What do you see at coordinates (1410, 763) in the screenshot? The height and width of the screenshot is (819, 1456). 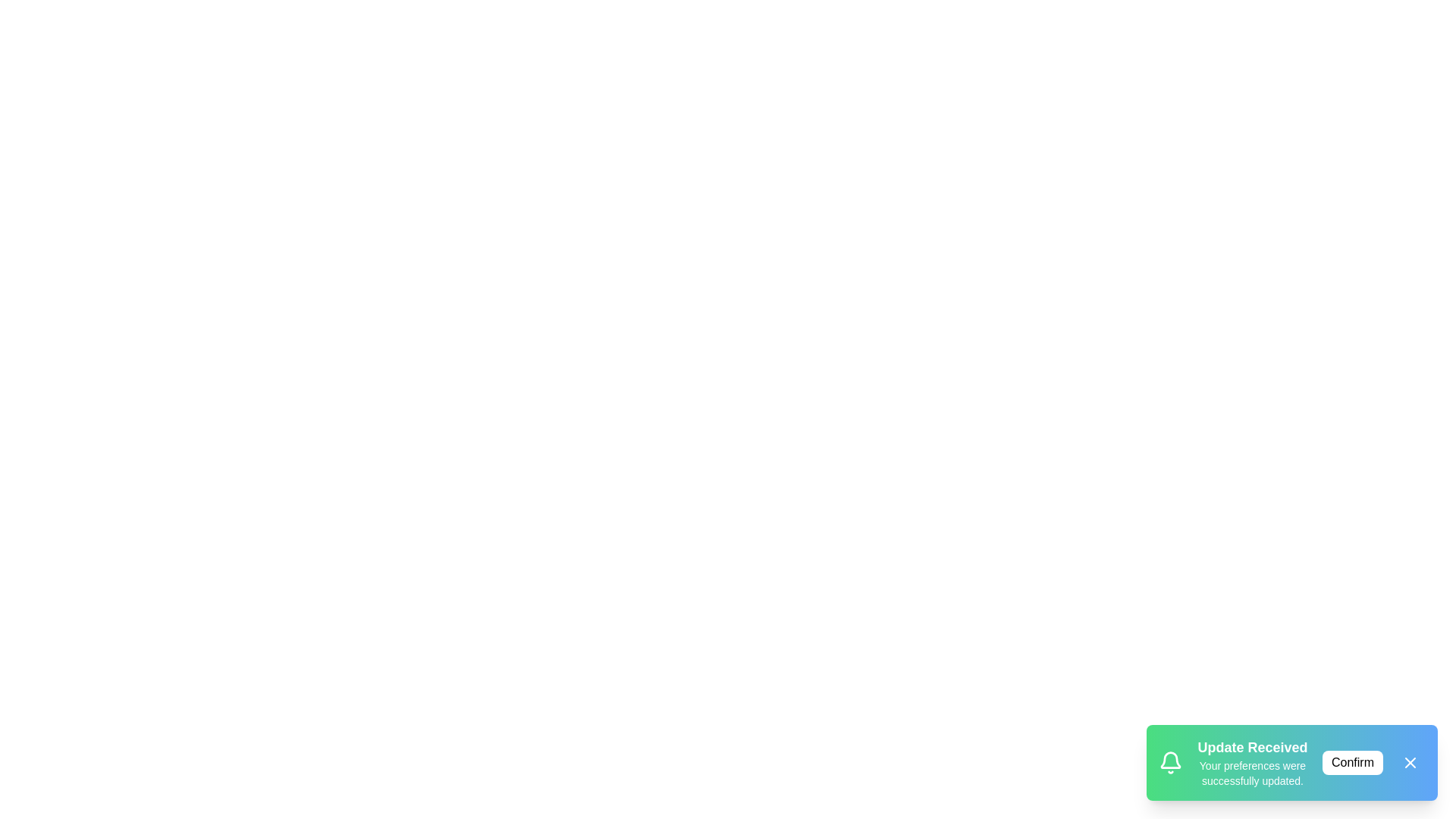 I see `close button to dismiss the snackbar` at bounding box center [1410, 763].